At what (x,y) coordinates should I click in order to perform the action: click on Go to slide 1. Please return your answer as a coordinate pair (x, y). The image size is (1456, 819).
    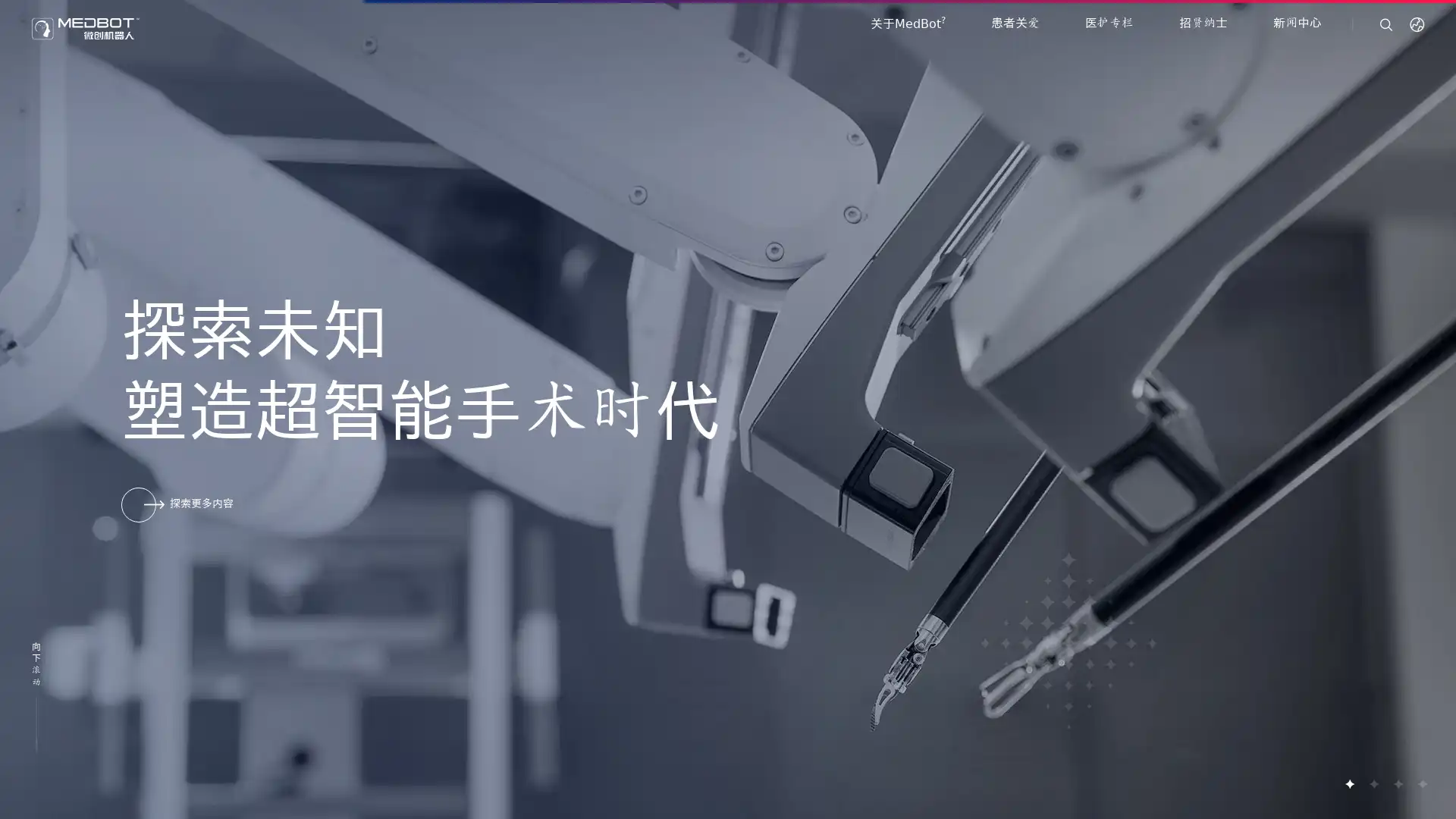
    Looking at the image, I should click on (1349, 783).